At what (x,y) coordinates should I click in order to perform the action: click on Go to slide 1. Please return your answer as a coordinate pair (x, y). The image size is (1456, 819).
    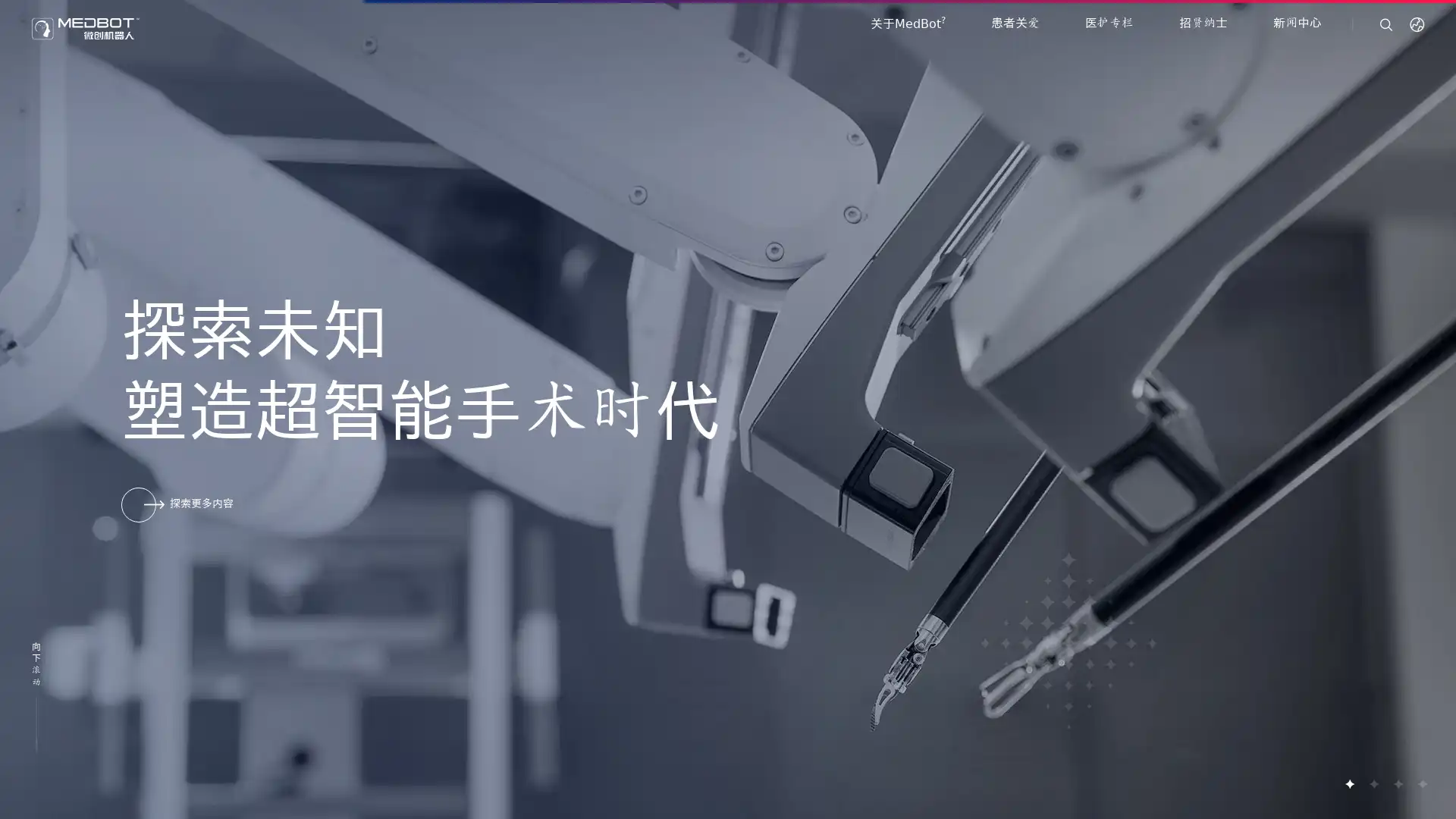
    Looking at the image, I should click on (1349, 783).